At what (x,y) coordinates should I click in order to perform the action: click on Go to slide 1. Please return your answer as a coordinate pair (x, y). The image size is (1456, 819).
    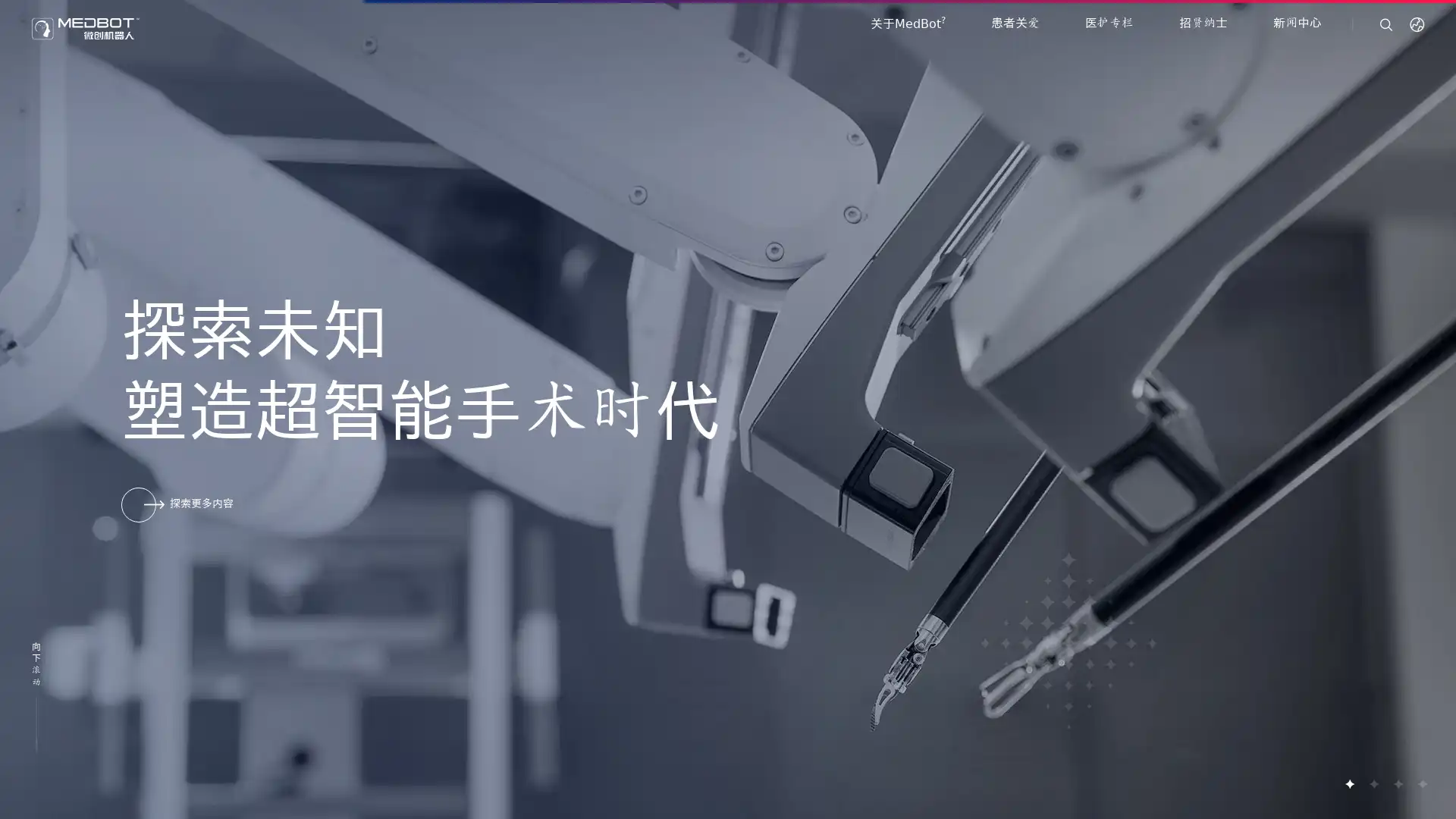
    Looking at the image, I should click on (1349, 783).